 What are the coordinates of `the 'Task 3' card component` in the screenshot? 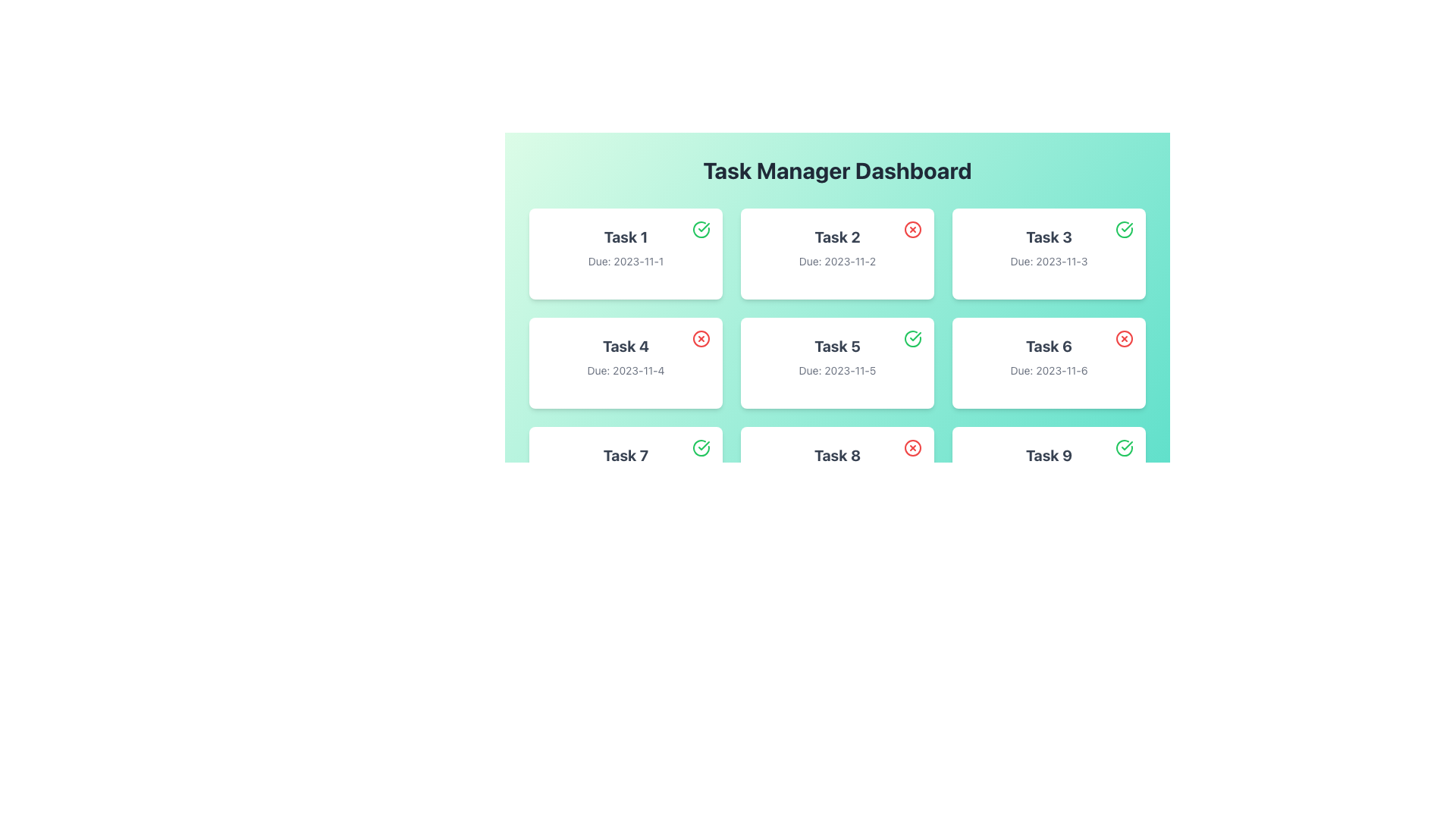 It's located at (1048, 253).